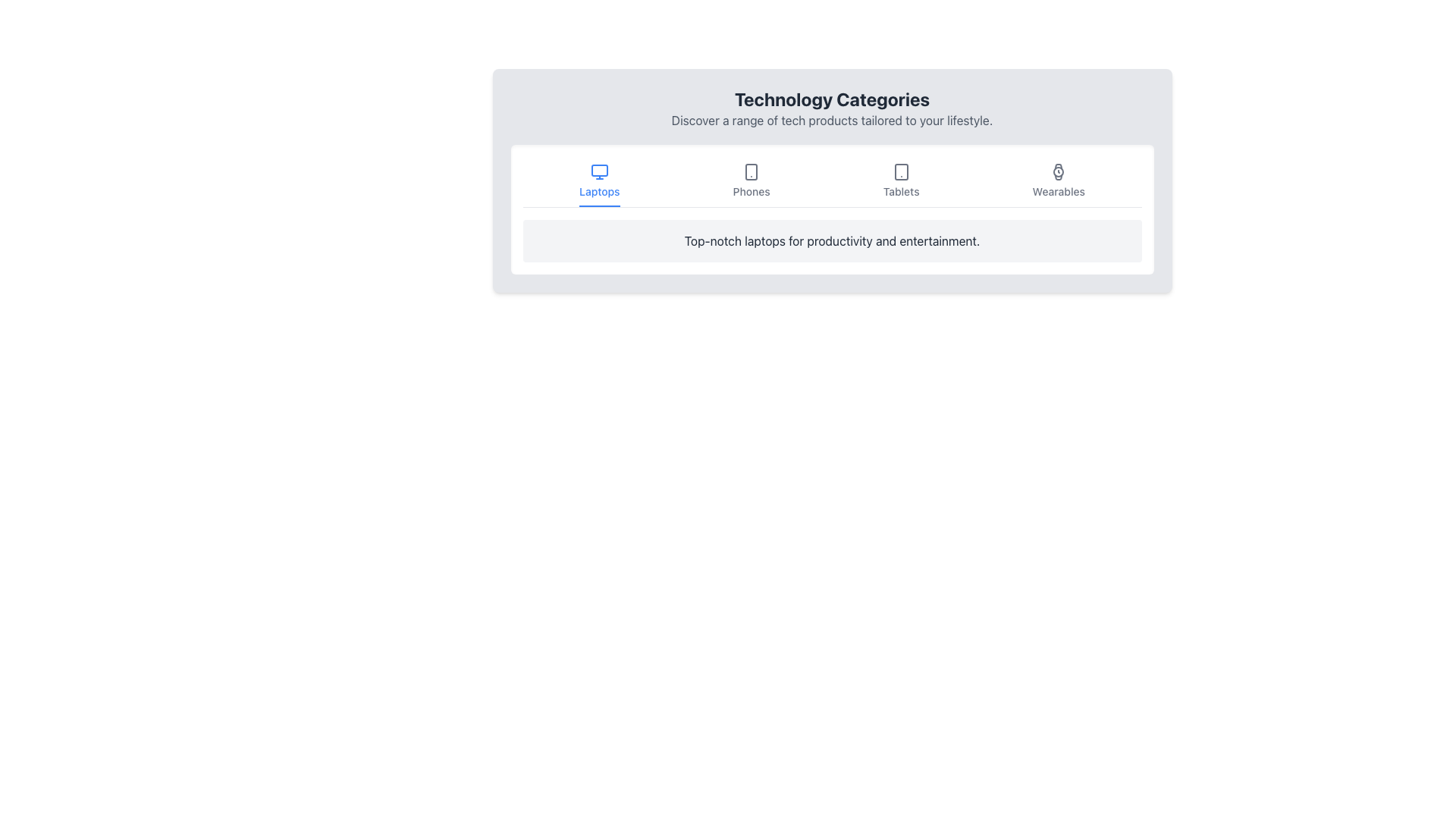 Image resolution: width=1456 pixels, height=819 pixels. I want to click on informational text about the benefits and target use cases of the laptops, which is located within the gray card directly below the 'Laptops' tab, so click(831, 240).